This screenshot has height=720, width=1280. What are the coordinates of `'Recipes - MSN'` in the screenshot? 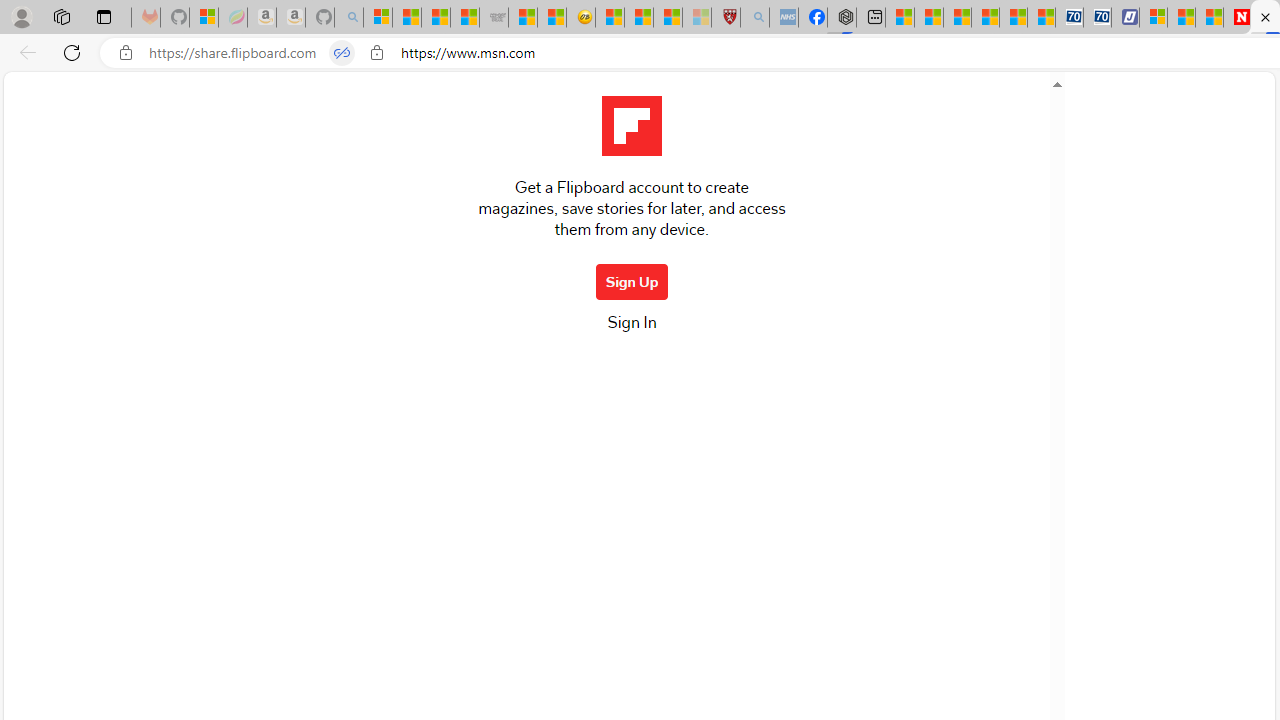 It's located at (609, 17).